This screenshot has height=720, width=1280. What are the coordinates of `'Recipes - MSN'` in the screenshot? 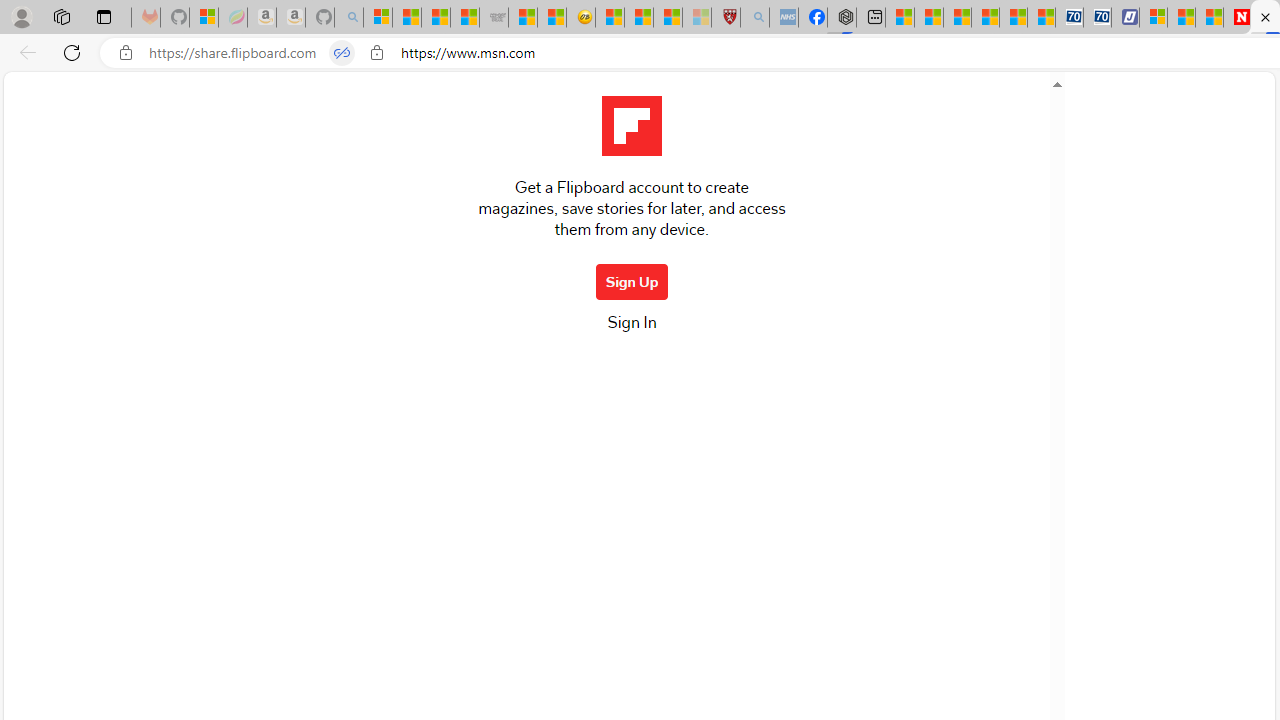 It's located at (609, 17).